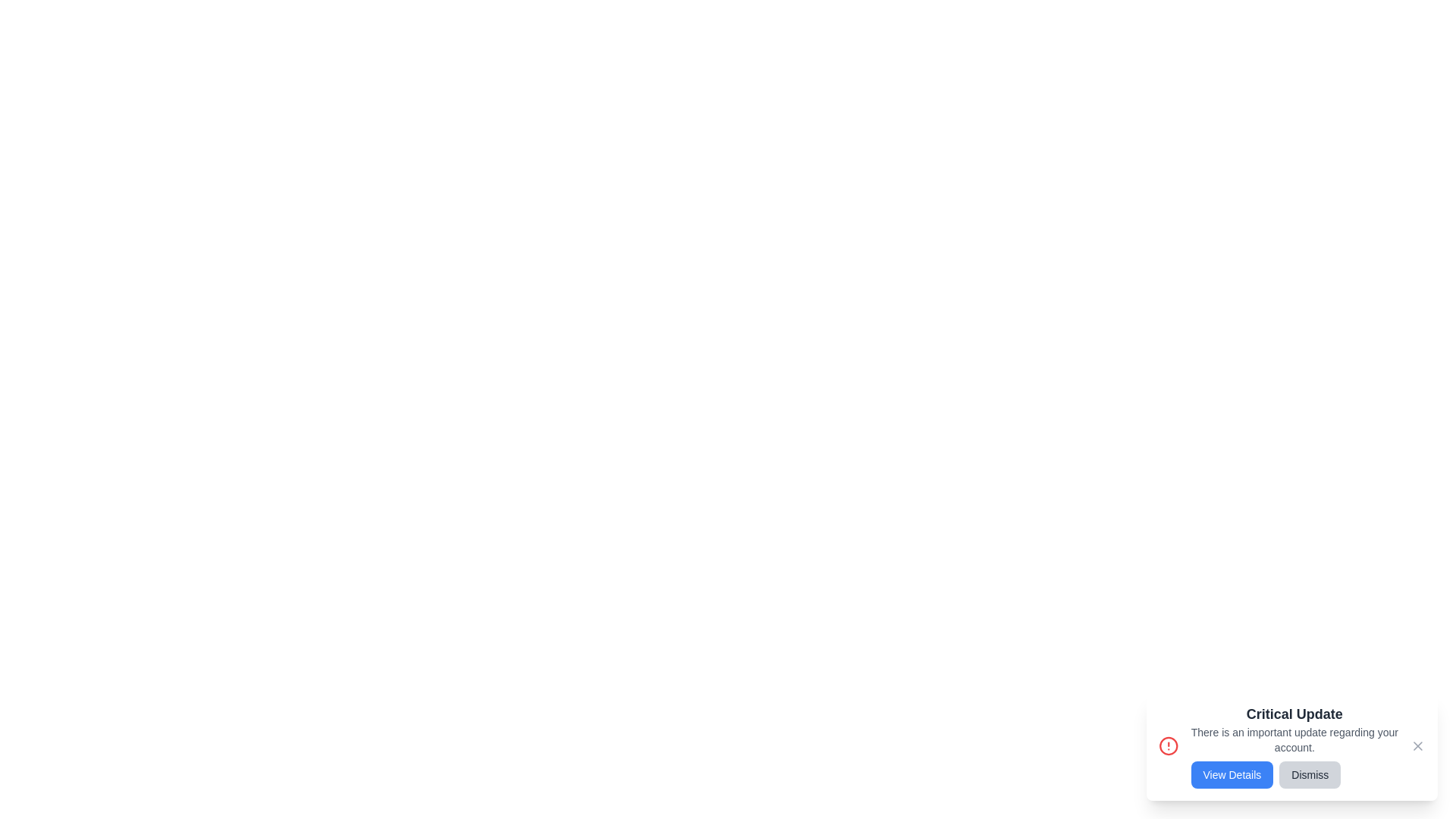 Image resolution: width=1456 pixels, height=819 pixels. I want to click on the 'Dismiss' button to hide the notification, so click(1309, 775).